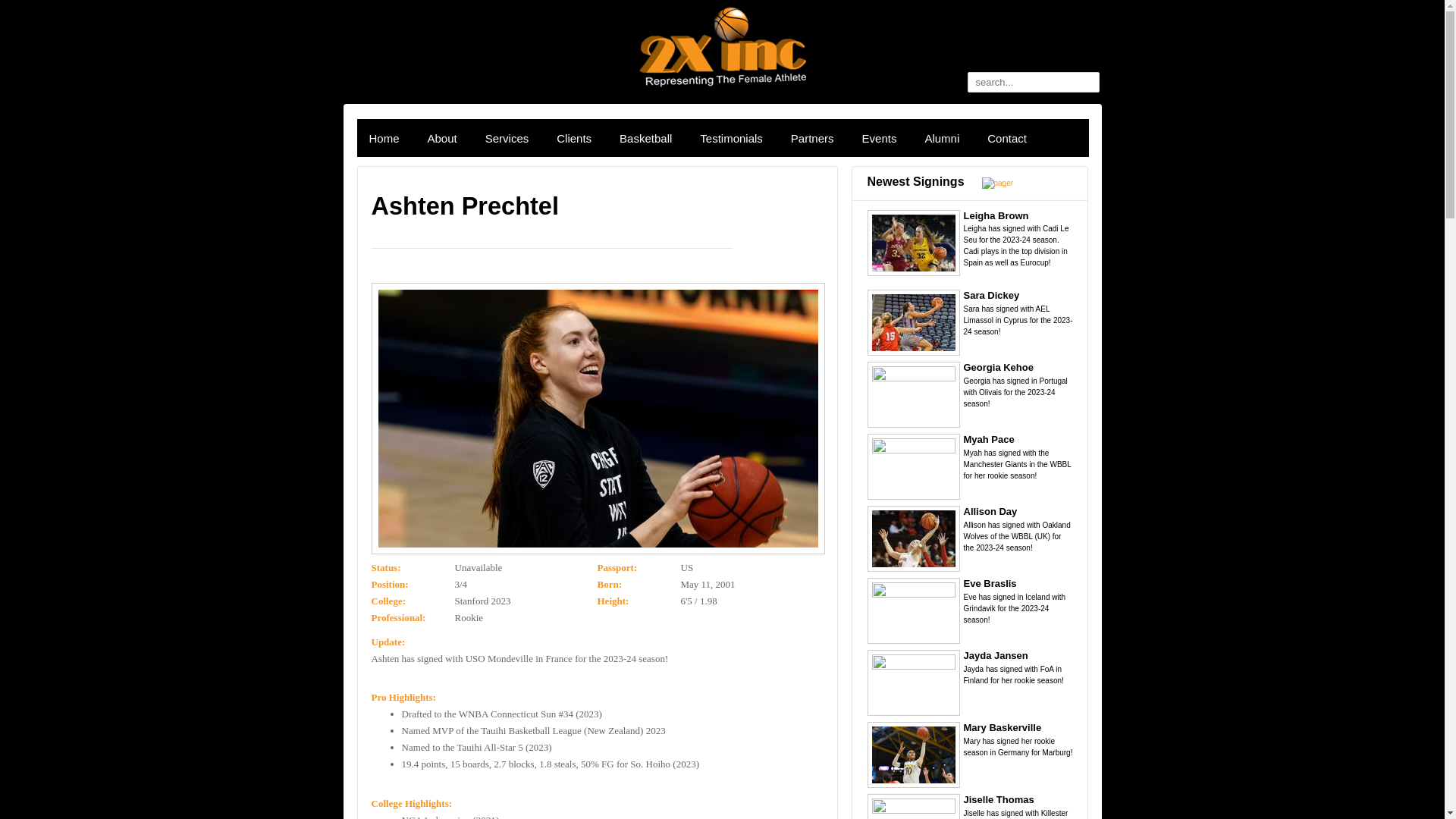 The image size is (1456, 819). I want to click on 'Jiselle Thomas', so click(998, 799).